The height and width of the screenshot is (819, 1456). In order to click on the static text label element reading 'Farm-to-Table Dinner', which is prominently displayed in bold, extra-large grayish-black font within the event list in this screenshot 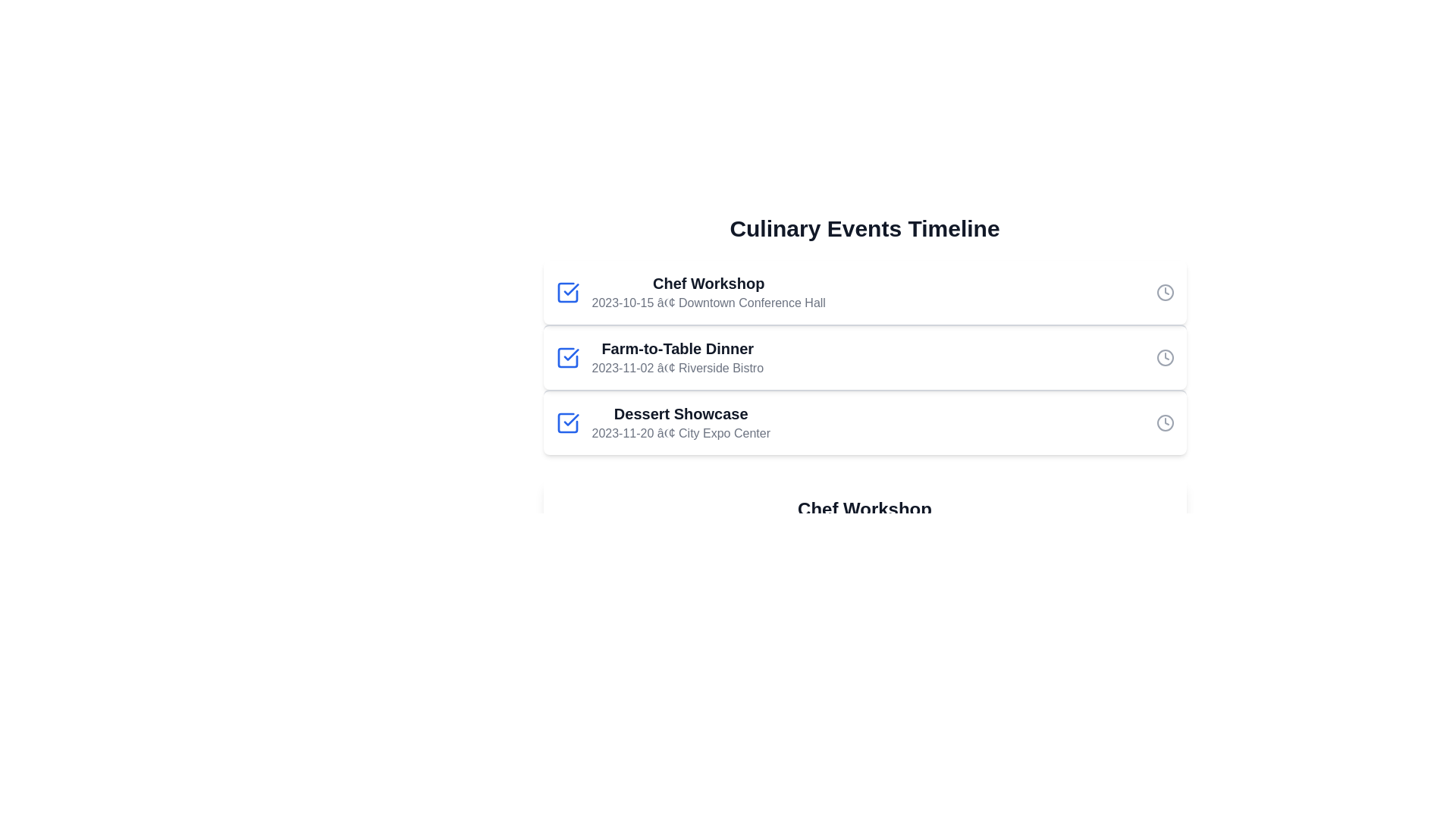, I will do `click(676, 348)`.